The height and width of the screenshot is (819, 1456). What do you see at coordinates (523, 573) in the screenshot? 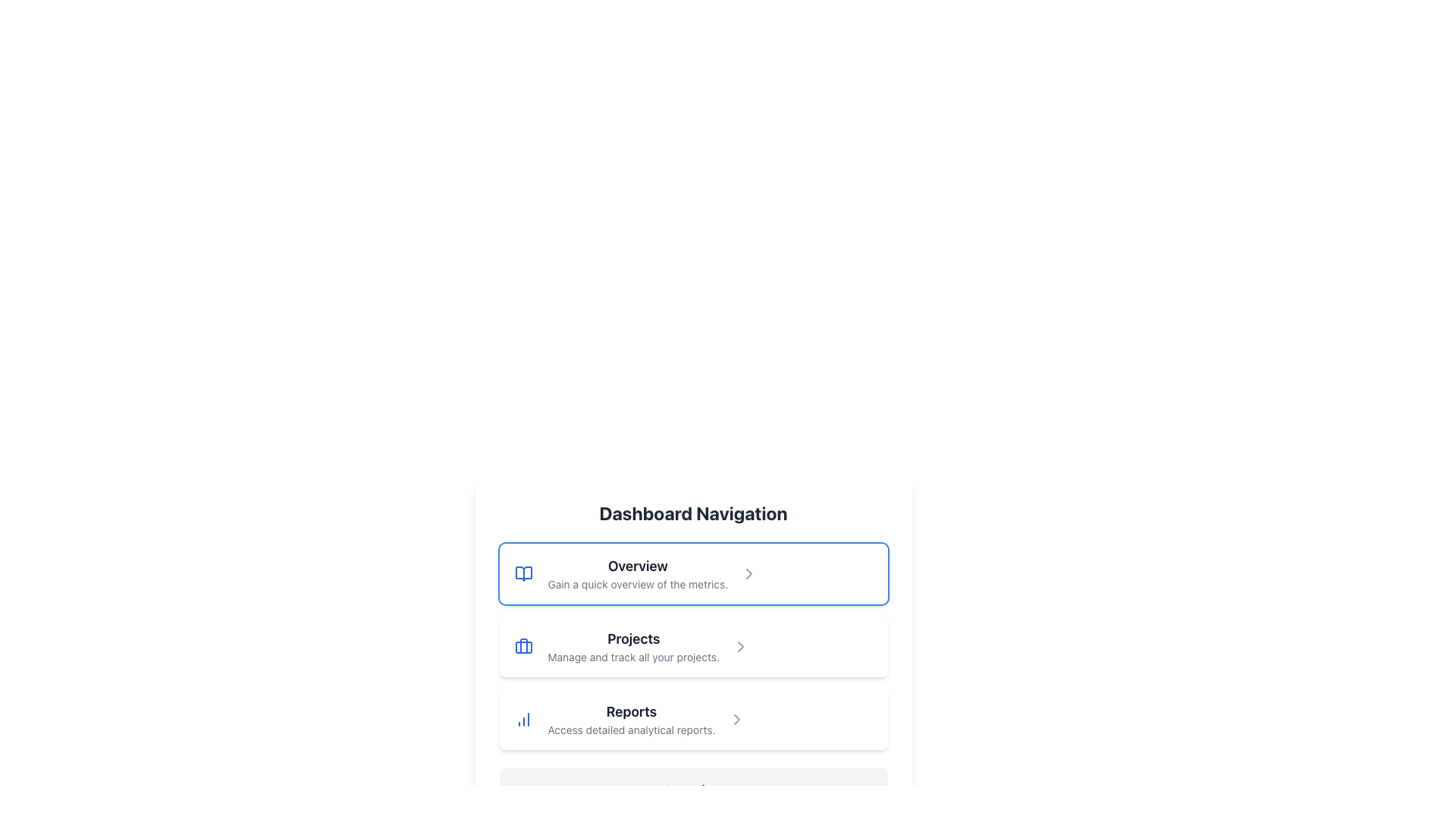
I see `the open book icon styled in blue, located in the 'Overview' navigation item` at bounding box center [523, 573].